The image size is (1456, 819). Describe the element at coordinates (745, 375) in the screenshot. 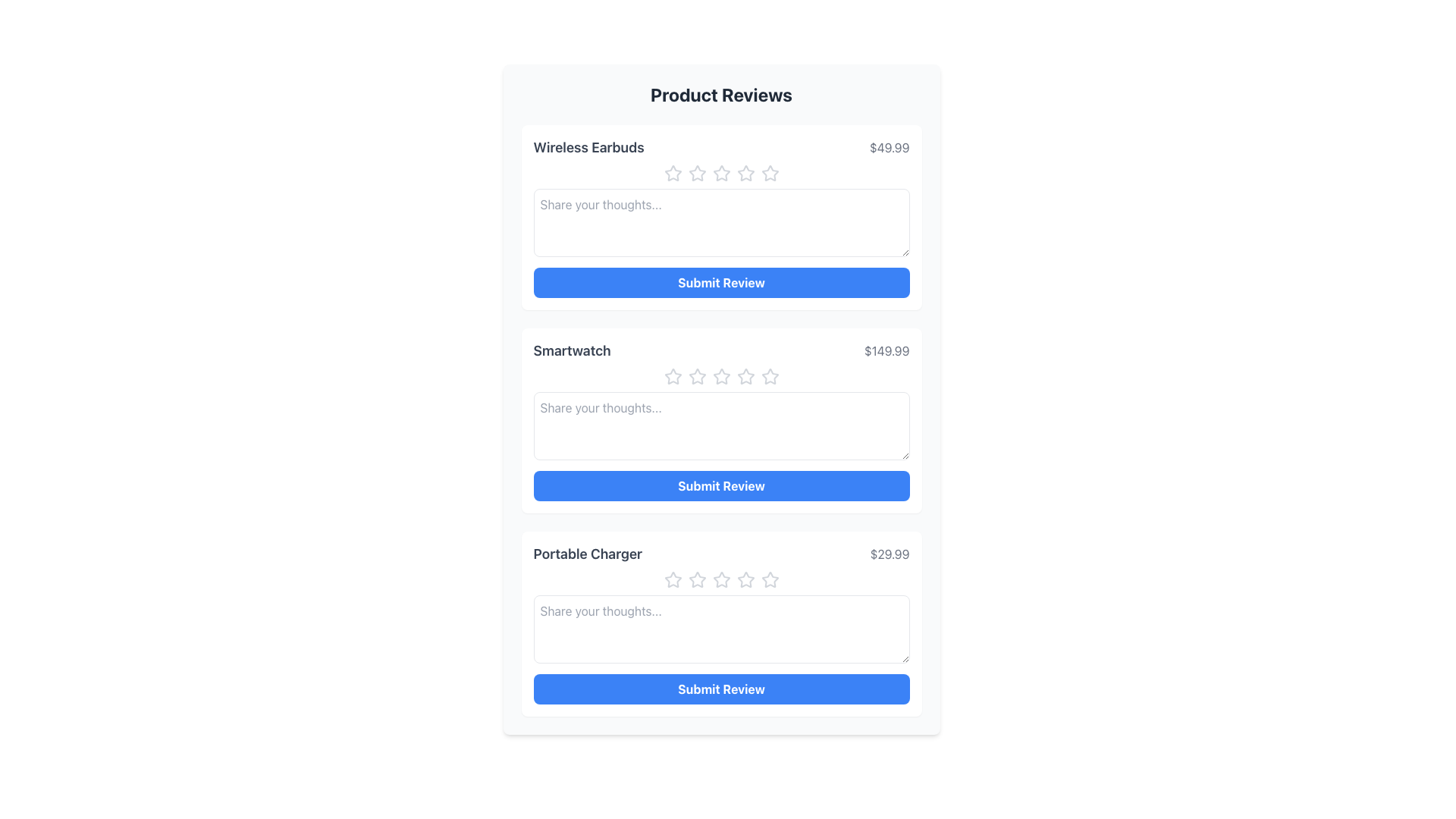

I see `on the third clickable rating star under the title 'Smartwatch' in the second product review section` at that location.